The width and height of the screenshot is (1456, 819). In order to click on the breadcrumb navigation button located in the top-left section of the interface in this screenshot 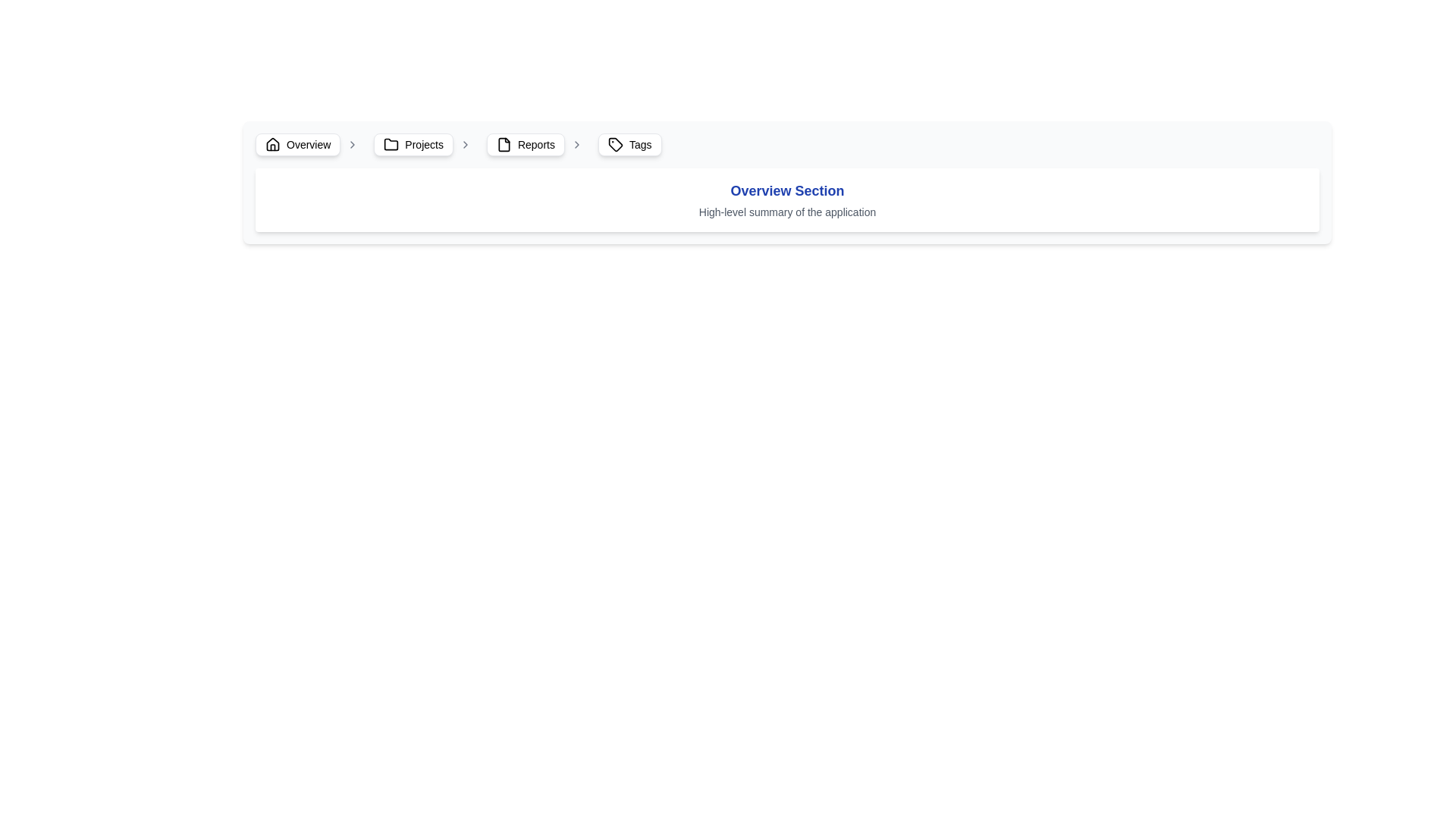, I will do `click(309, 145)`.